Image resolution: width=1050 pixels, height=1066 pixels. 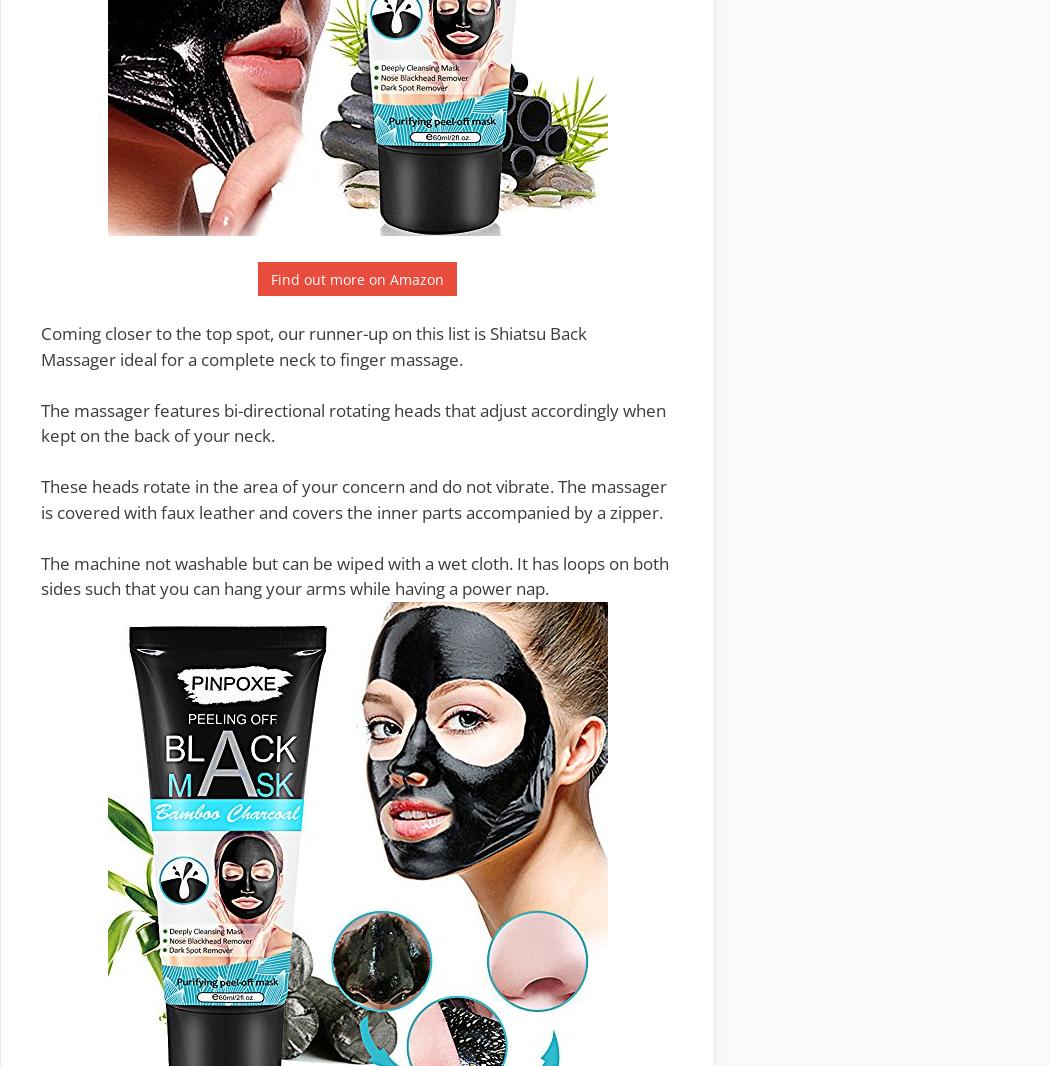 I want to click on 'bi-directional rotating heads', so click(x=330, y=409).